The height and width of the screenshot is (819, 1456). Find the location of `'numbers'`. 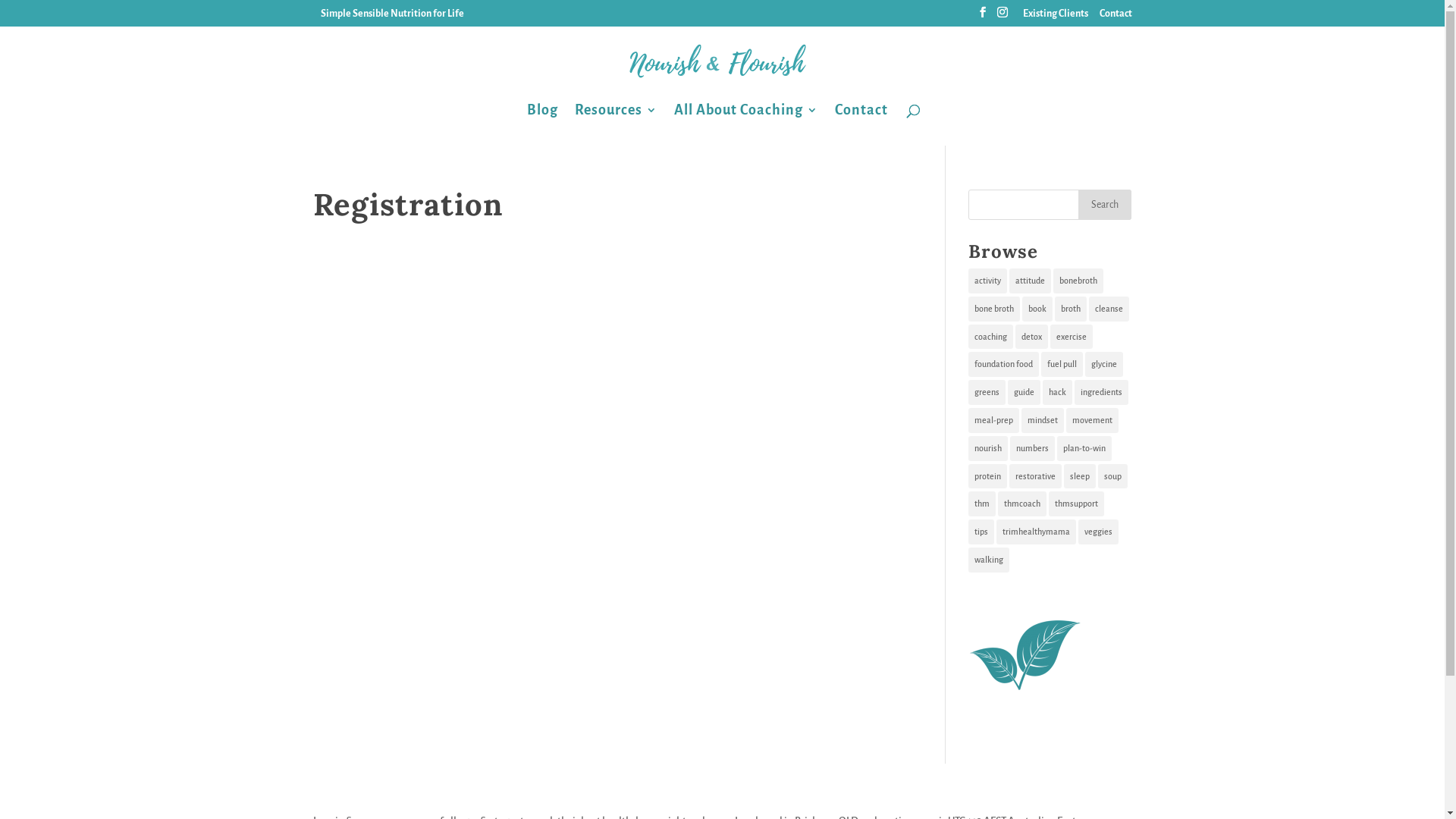

'numbers' is located at coordinates (1031, 447).